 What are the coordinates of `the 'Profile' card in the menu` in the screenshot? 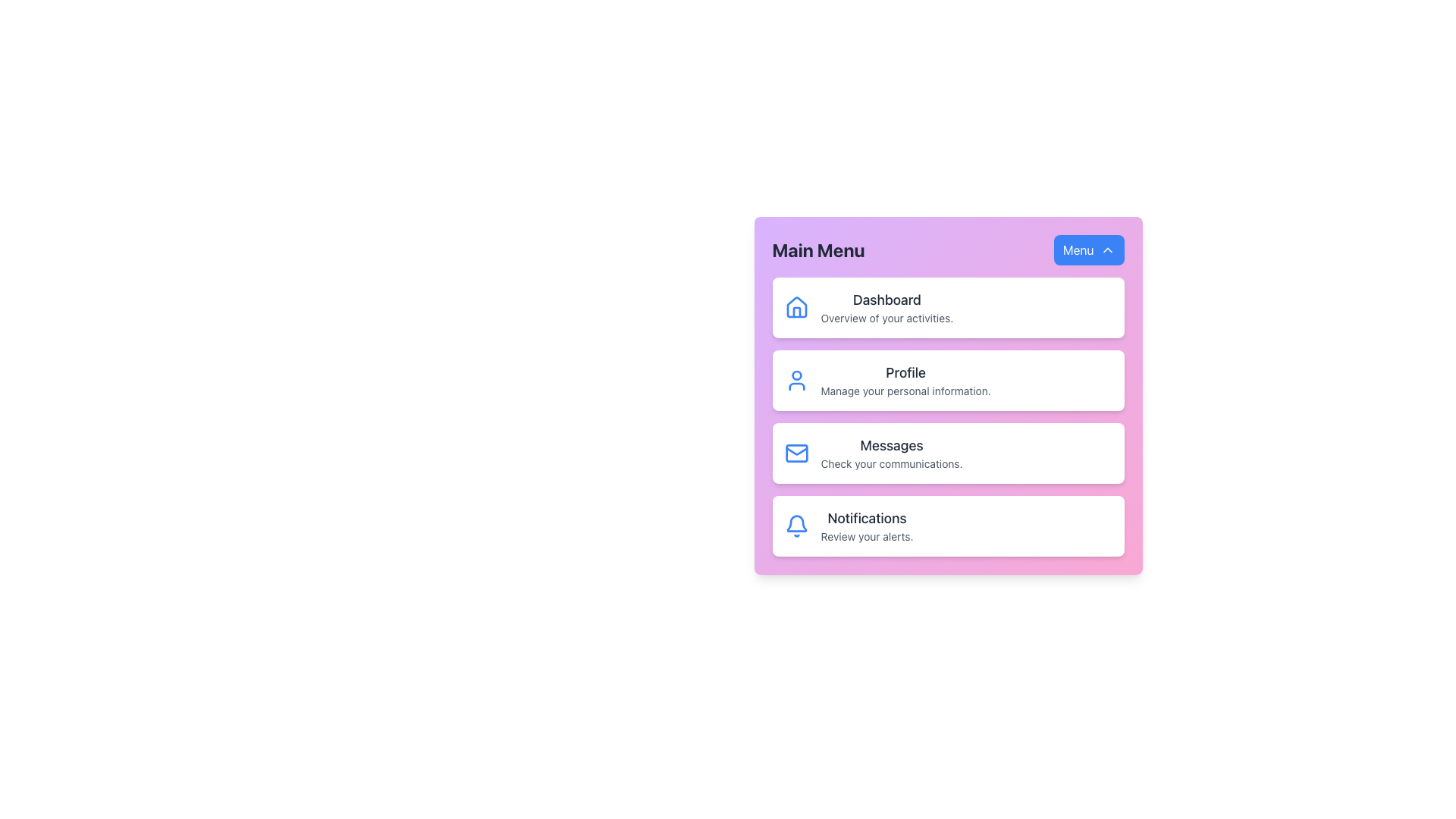 It's located at (947, 379).